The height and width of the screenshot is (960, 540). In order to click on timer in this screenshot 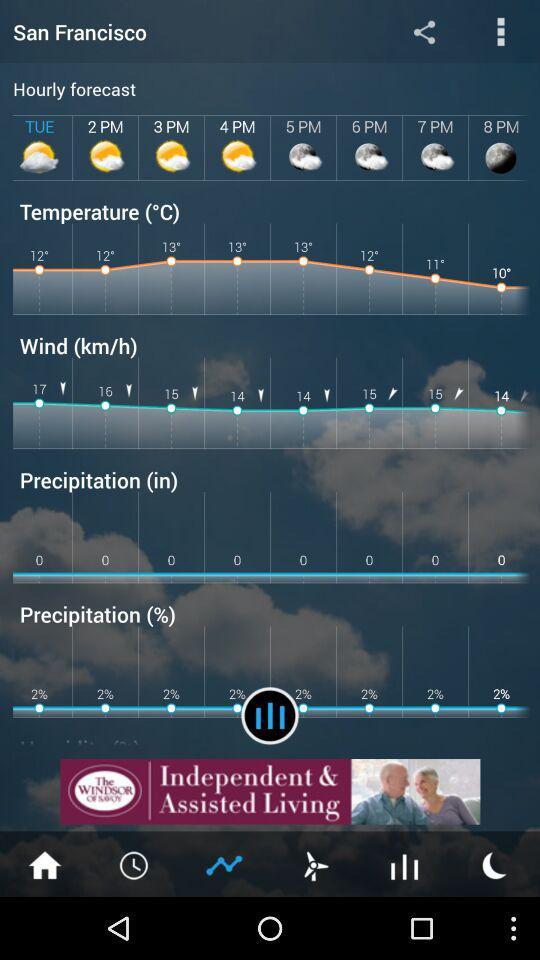, I will do `click(135, 863)`.